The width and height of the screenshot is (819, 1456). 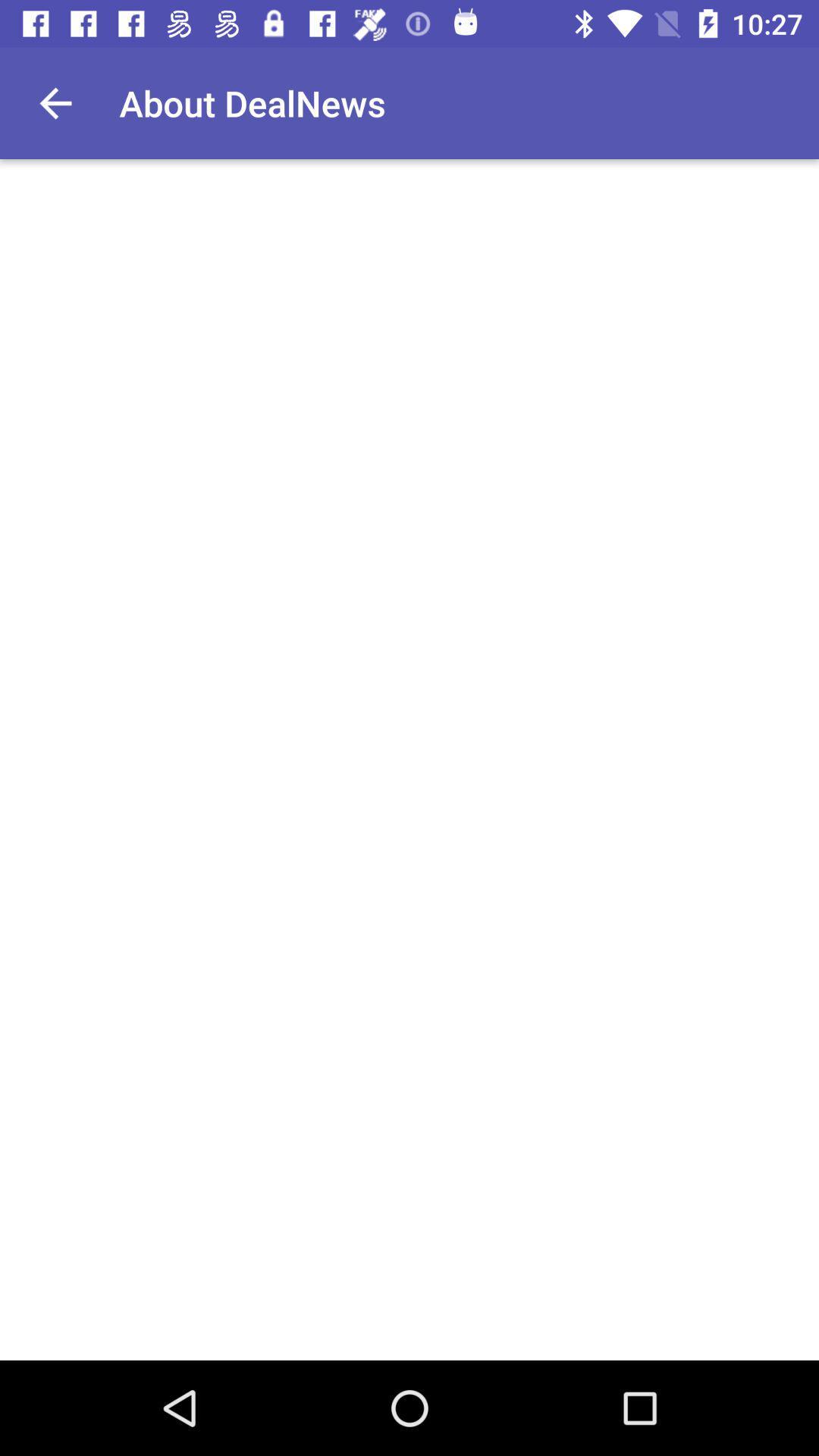 What do you see at coordinates (409, 760) in the screenshot?
I see `the item at the center` at bounding box center [409, 760].